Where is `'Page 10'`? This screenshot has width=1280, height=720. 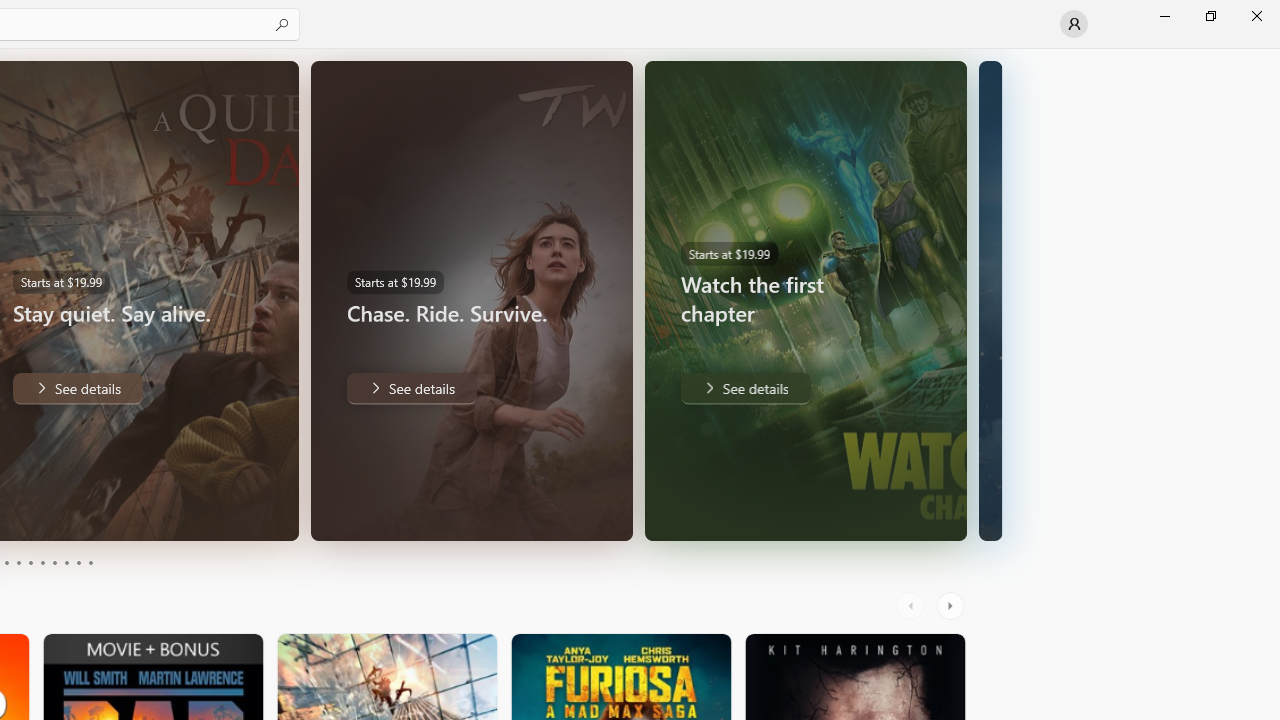 'Page 10' is located at coordinates (89, 563).